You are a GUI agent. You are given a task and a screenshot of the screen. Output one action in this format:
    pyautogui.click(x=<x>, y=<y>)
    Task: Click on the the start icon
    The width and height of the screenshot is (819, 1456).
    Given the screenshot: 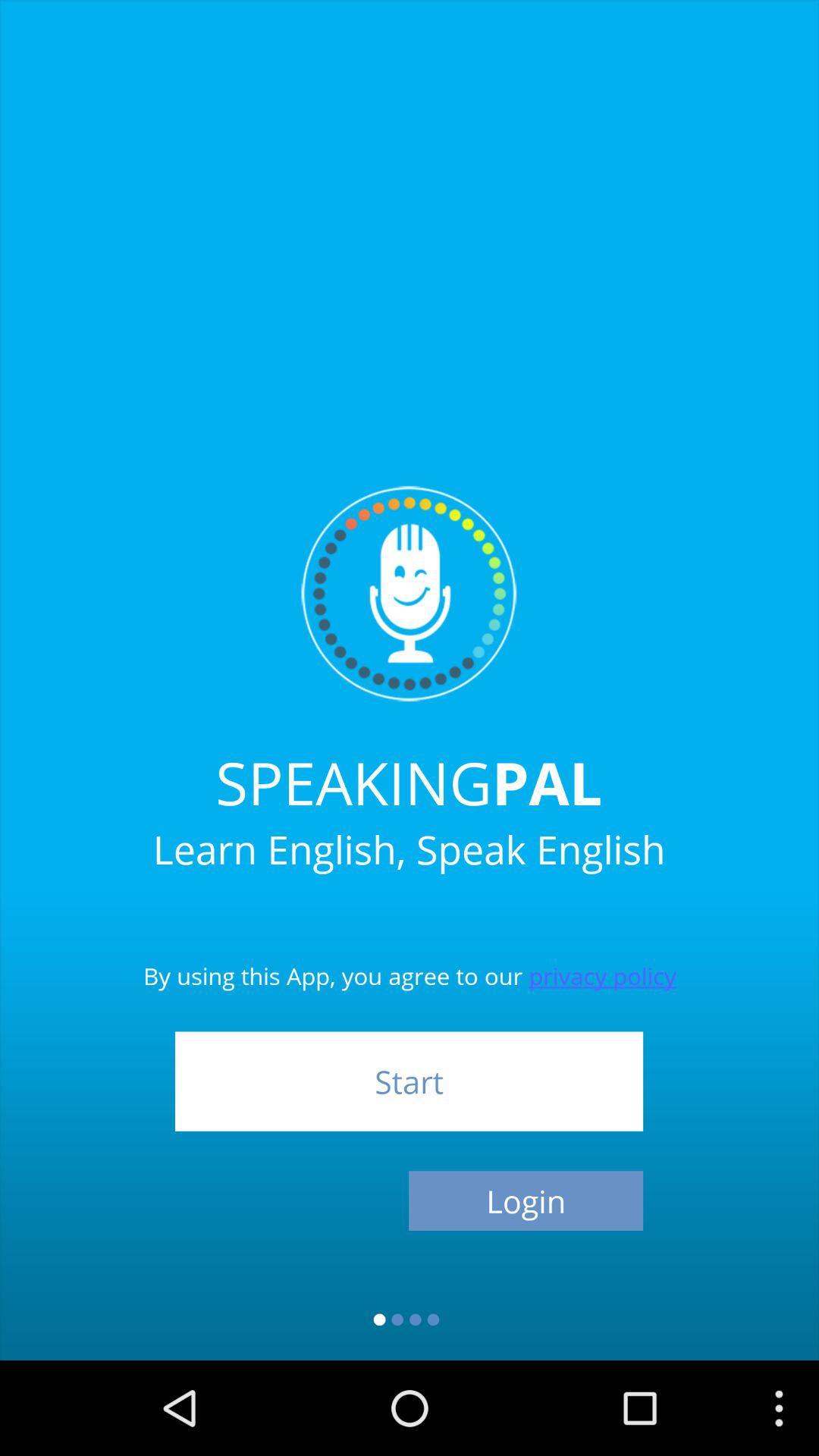 What is the action you would take?
    pyautogui.click(x=408, y=1081)
    